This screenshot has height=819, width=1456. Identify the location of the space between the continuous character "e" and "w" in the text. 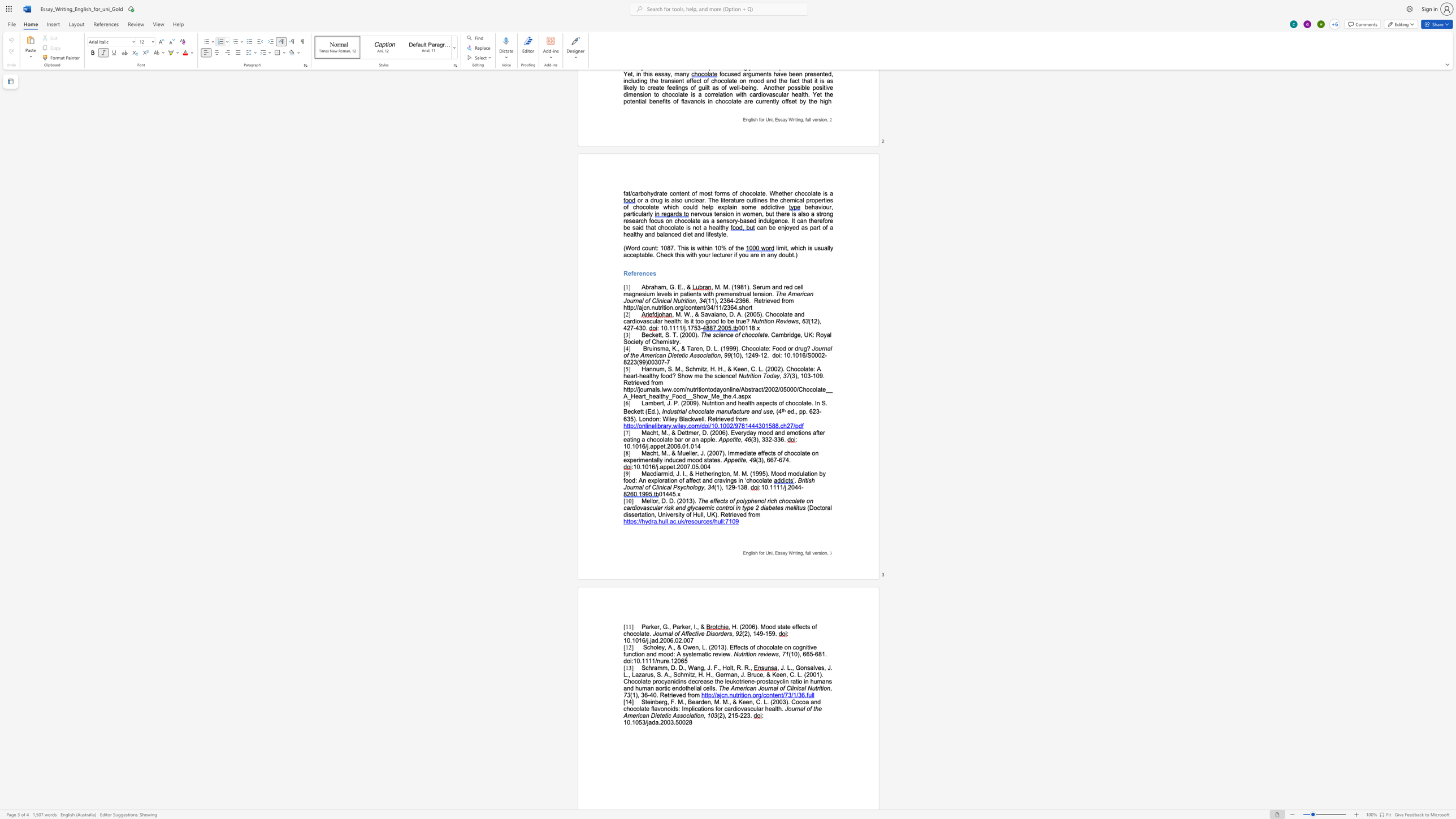
(771, 654).